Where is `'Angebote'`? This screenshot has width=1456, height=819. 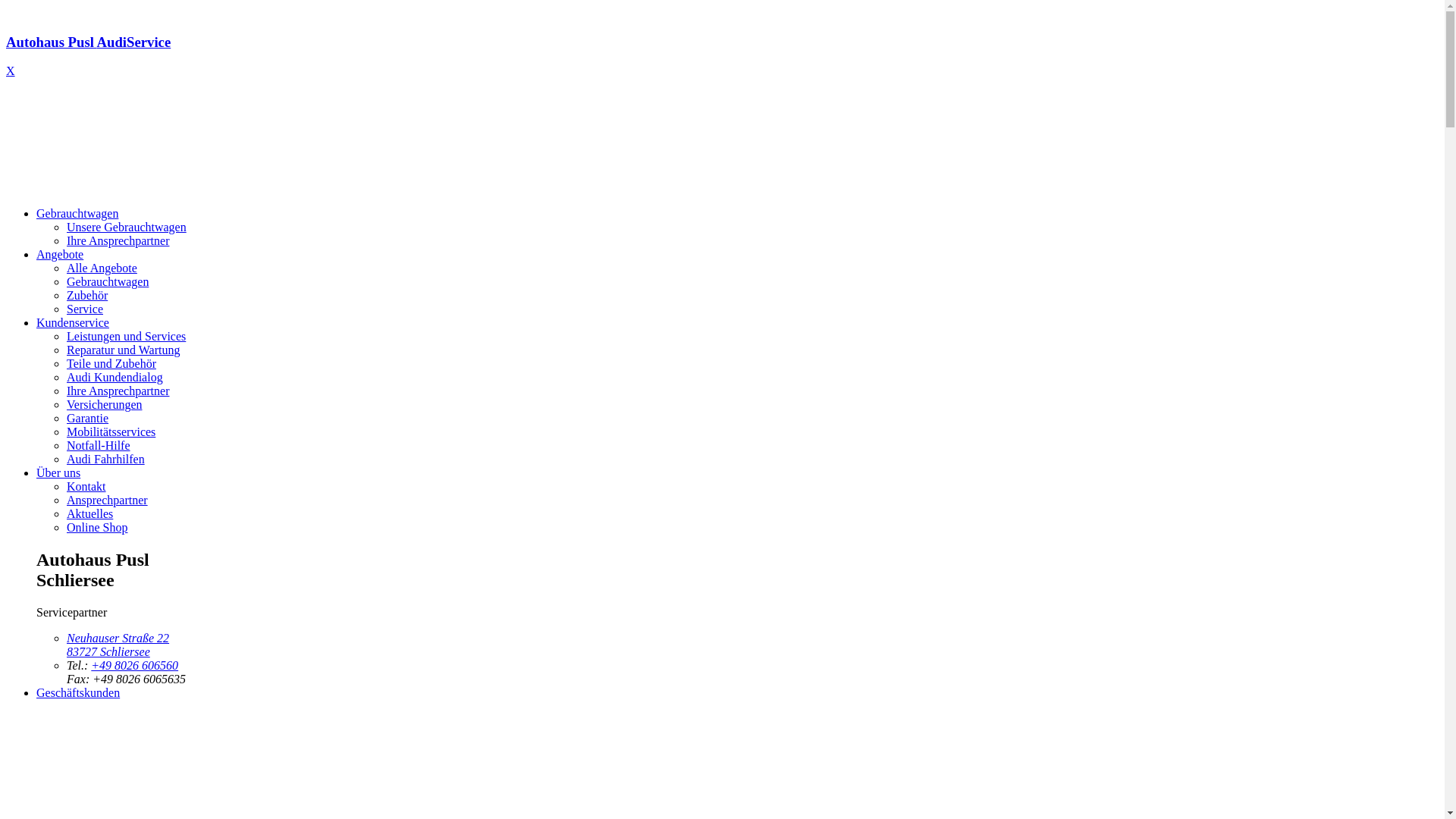
'Angebote' is located at coordinates (59, 253).